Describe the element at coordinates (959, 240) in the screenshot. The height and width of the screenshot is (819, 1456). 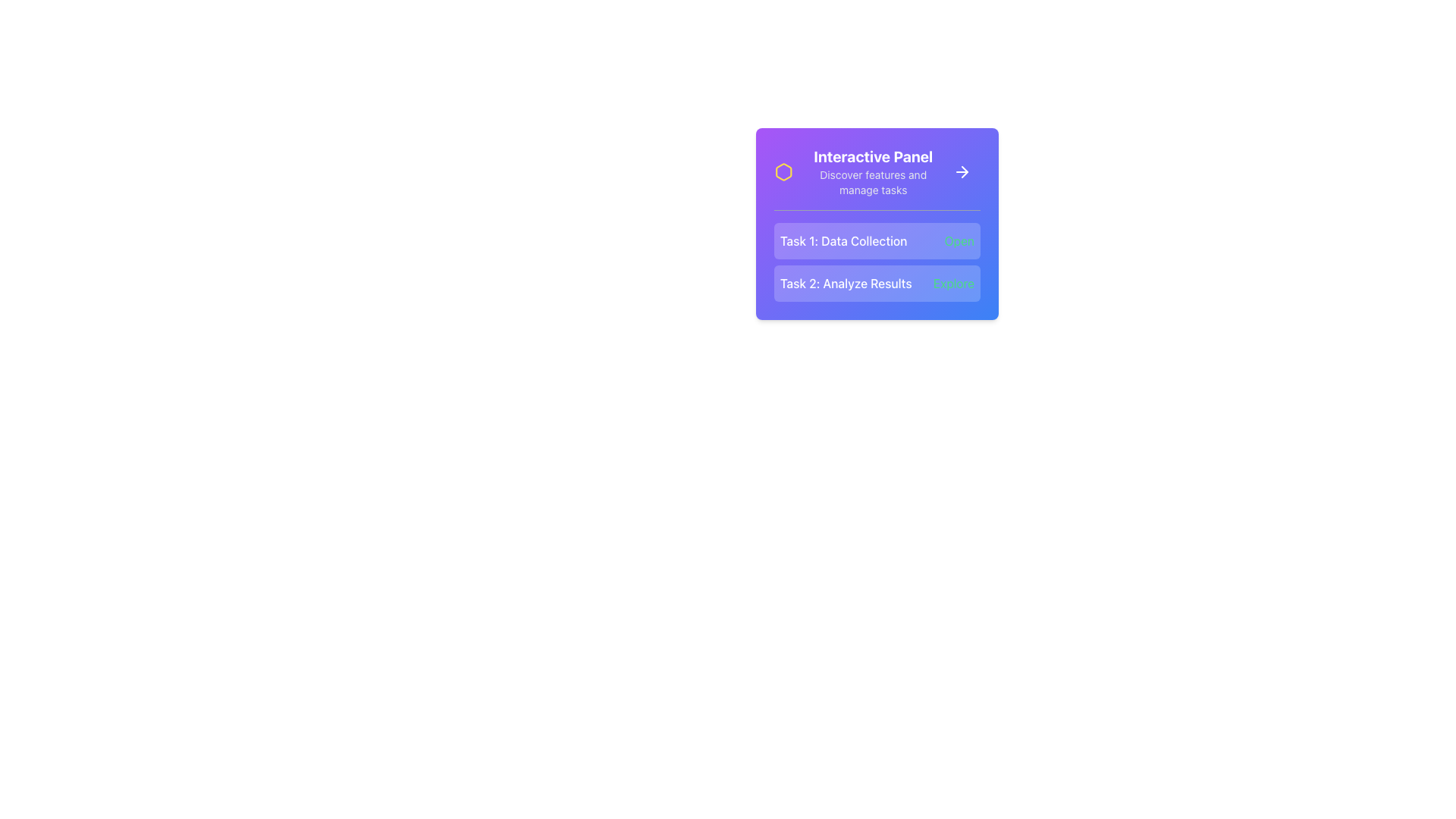
I see `the button-like link located to the right of 'Task 1: Data Collection'` at that location.